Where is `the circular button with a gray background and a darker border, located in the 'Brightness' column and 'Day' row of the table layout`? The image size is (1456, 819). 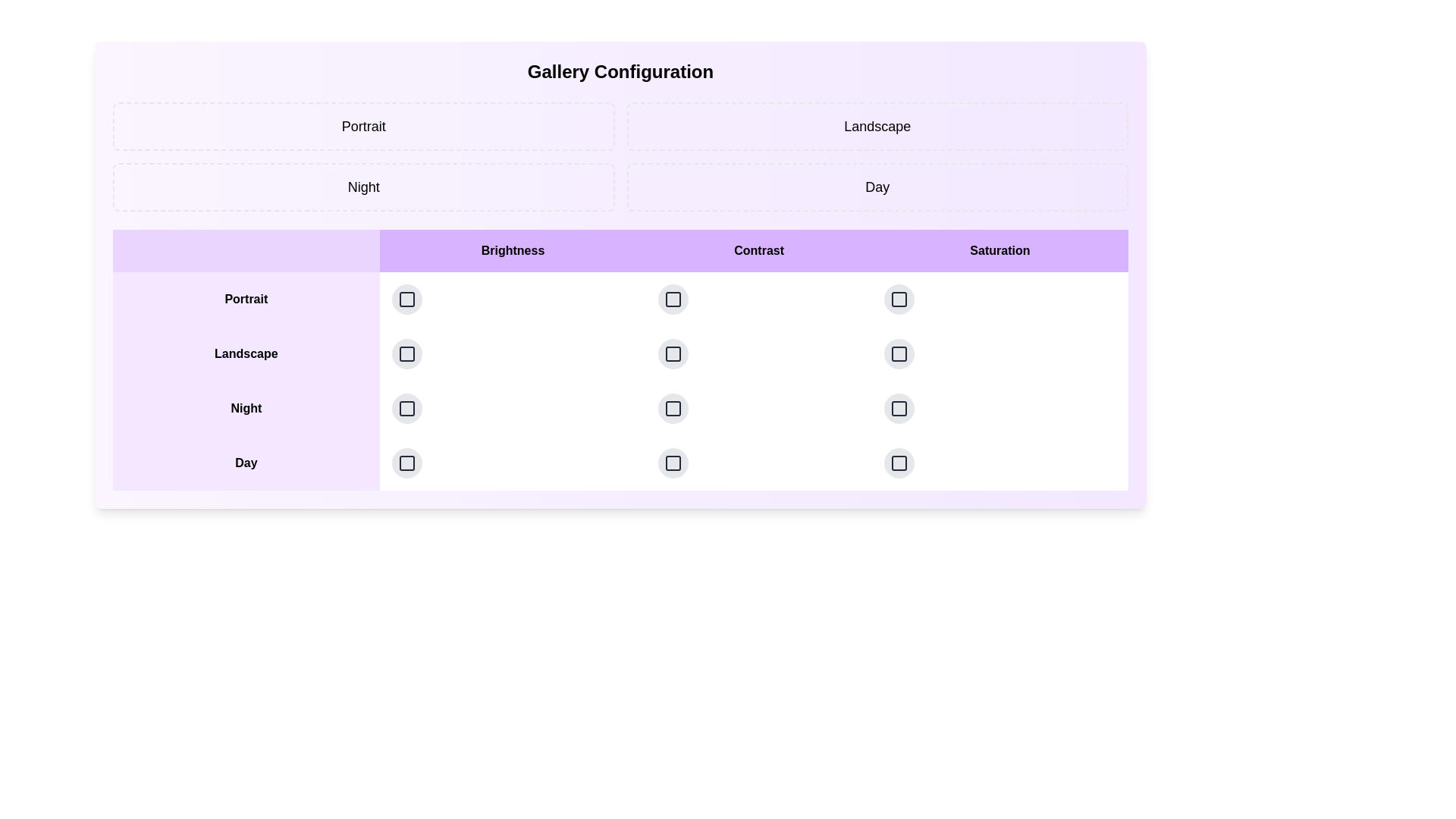
the circular button with a gray background and a darker border, located in the 'Brightness' column and 'Day' row of the table layout is located at coordinates (406, 462).